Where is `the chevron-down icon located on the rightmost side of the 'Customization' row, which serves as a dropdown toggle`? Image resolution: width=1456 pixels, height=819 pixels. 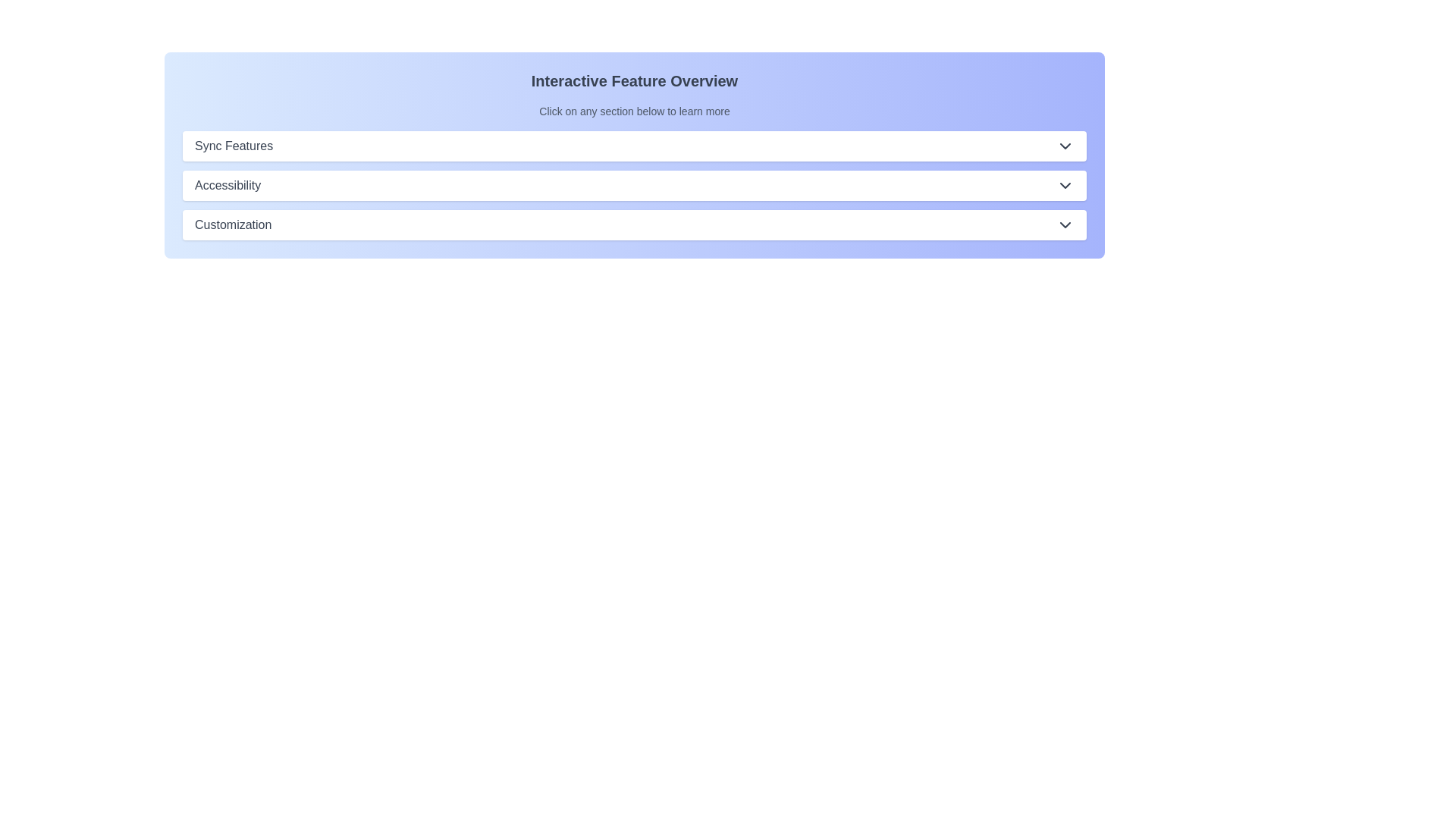
the chevron-down icon located on the rightmost side of the 'Customization' row, which serves as a dropdown toggle is located at coordinates (1065, 225).